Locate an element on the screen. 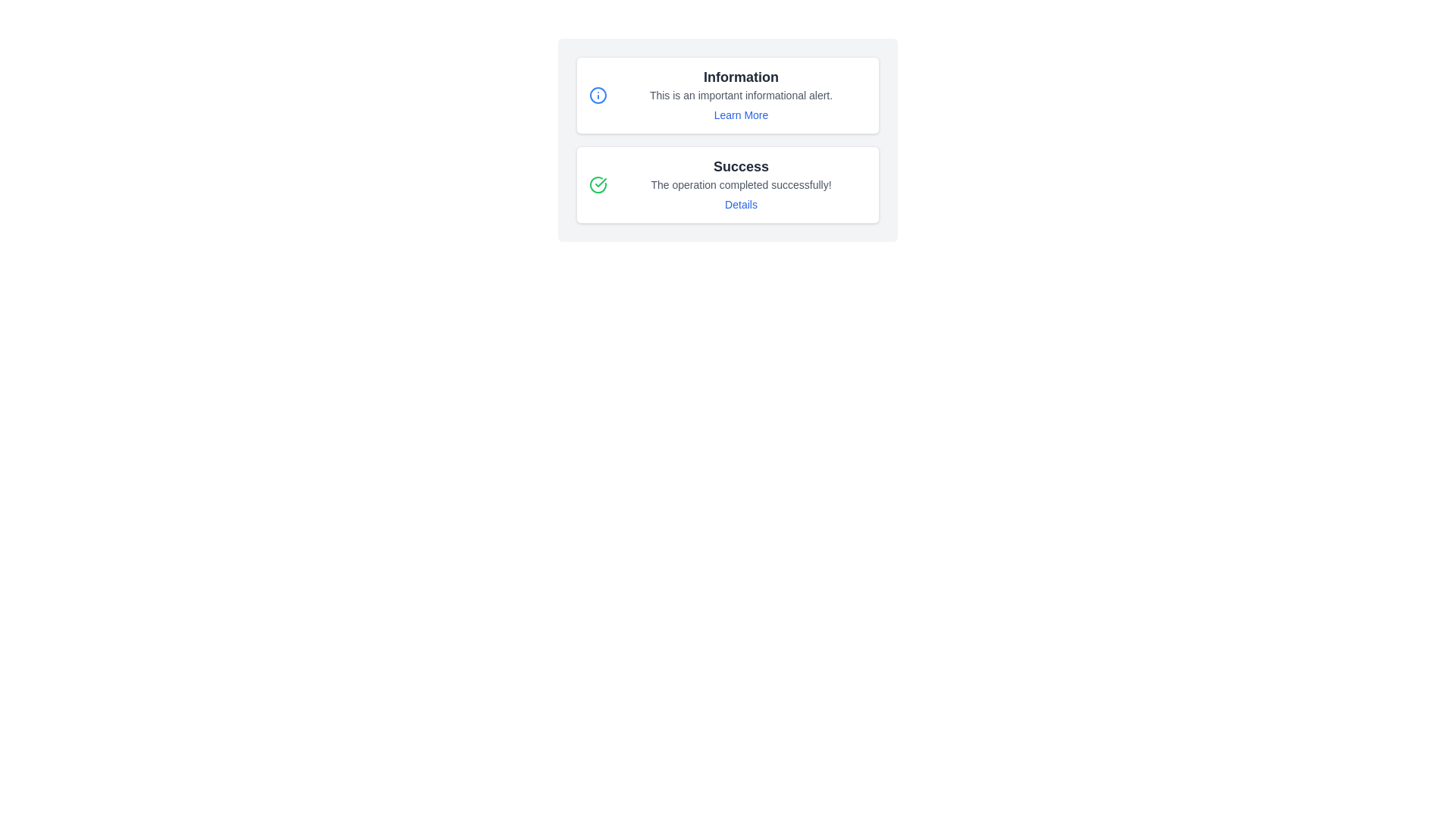 The image size is (1456, 819). SVG icon resembling a circle with a check mark inside, located in the 'Success' card before the text 'The operation completed successfully!' is located at coordinates (597, 184).